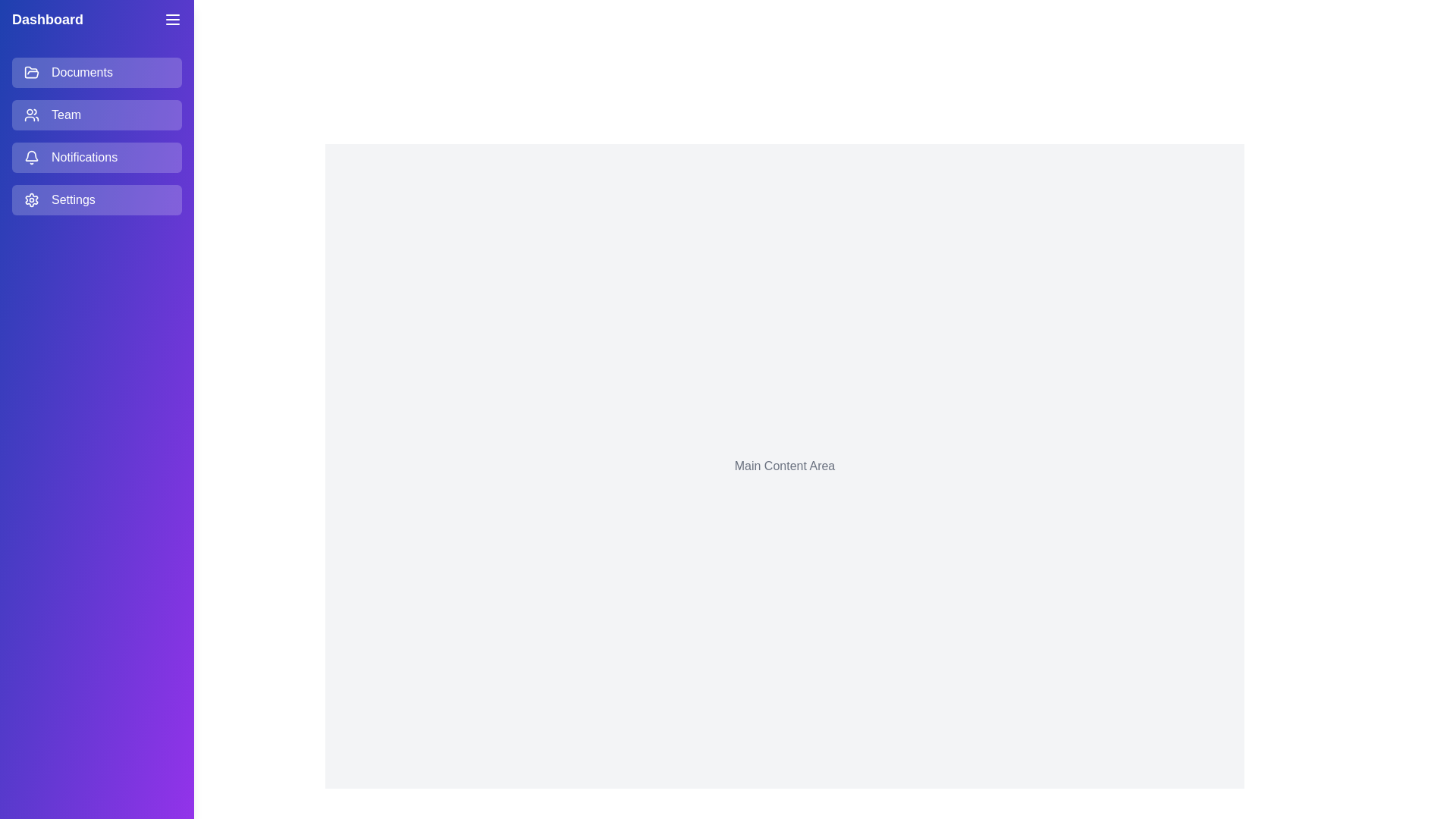 This screenshot has height=819, width=1456. Describe the element at coordinates (96, 199) in the screenshot. I see `the menu item Settings to observe hover effects` at that location.